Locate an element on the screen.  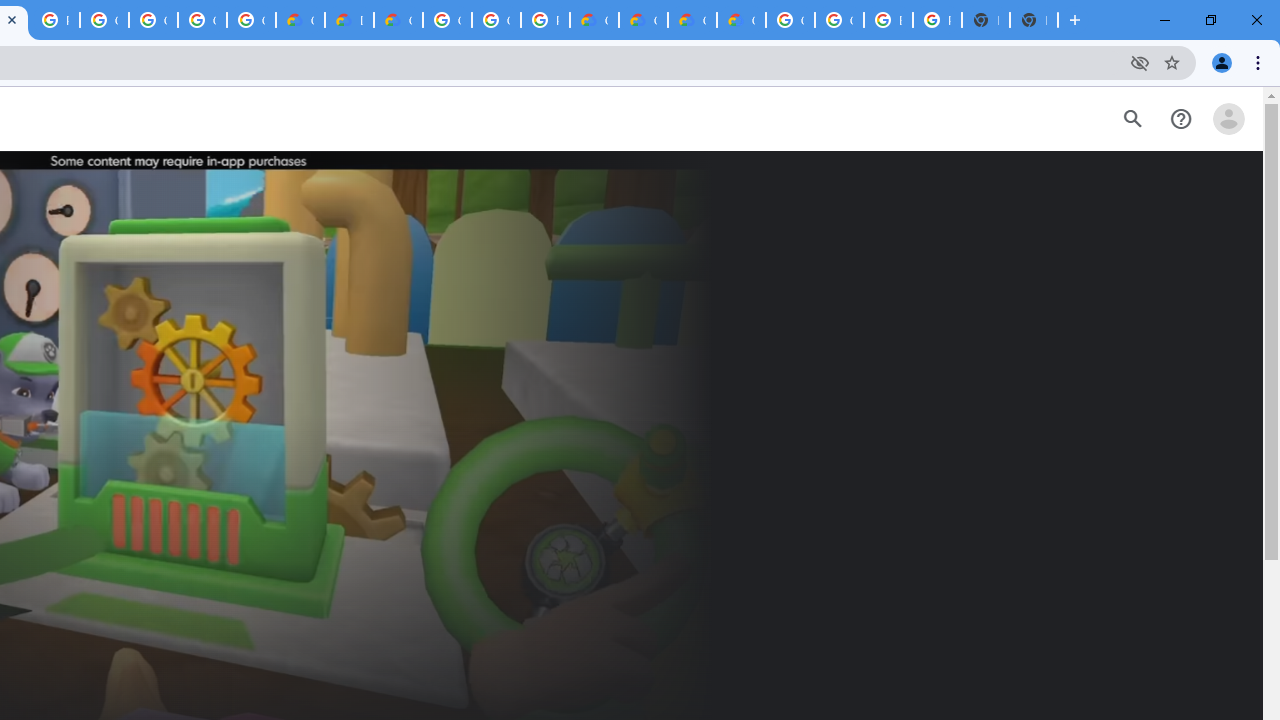
'Customer Care | Google Cloud' is located at coordinates (299, 20).